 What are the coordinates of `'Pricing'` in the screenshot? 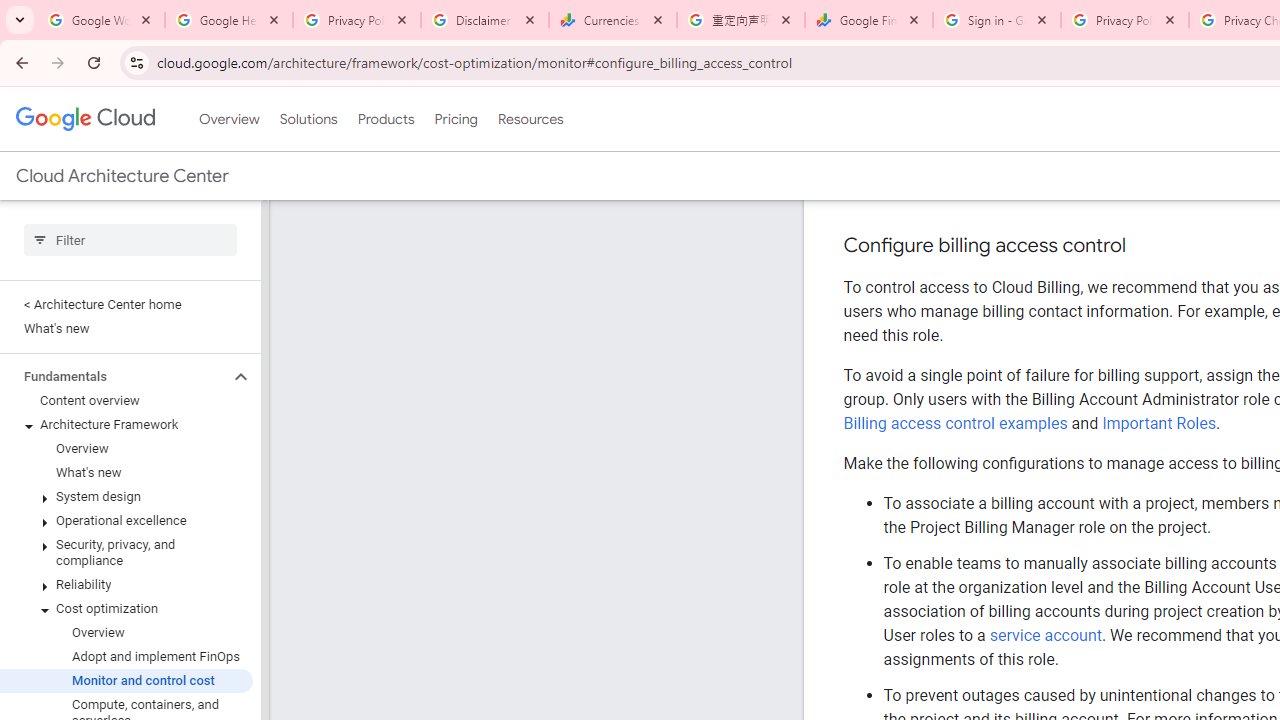 It's located at (454, 119).